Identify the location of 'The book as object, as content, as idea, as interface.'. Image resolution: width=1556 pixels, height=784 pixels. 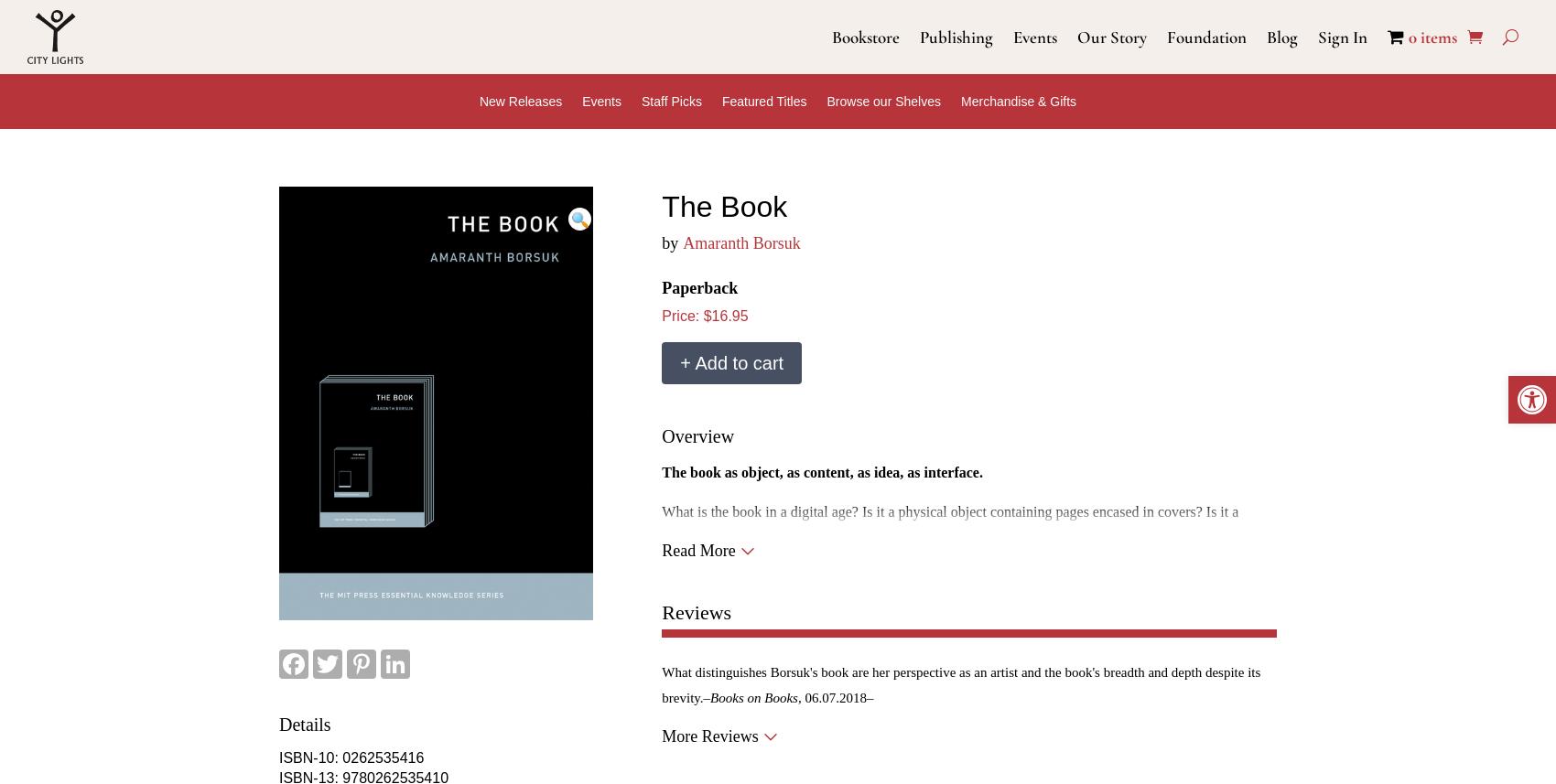
(821, 470).